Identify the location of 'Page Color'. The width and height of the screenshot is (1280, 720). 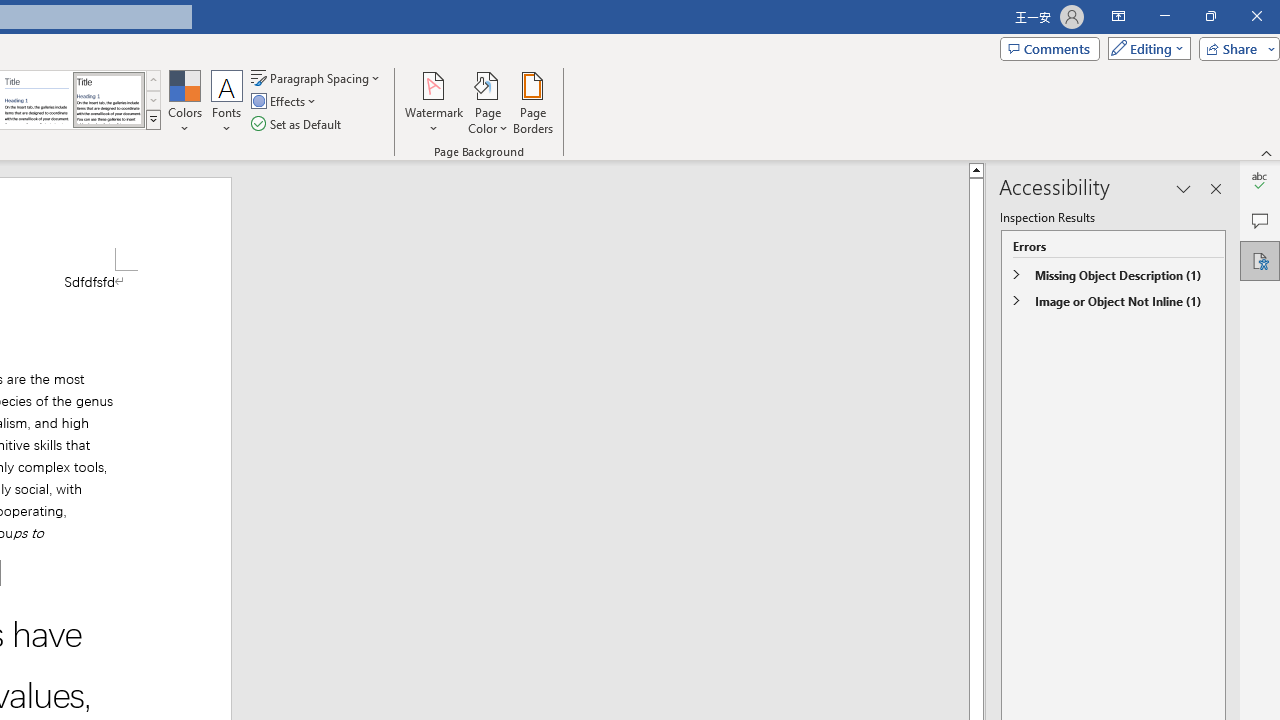
(488, 103).